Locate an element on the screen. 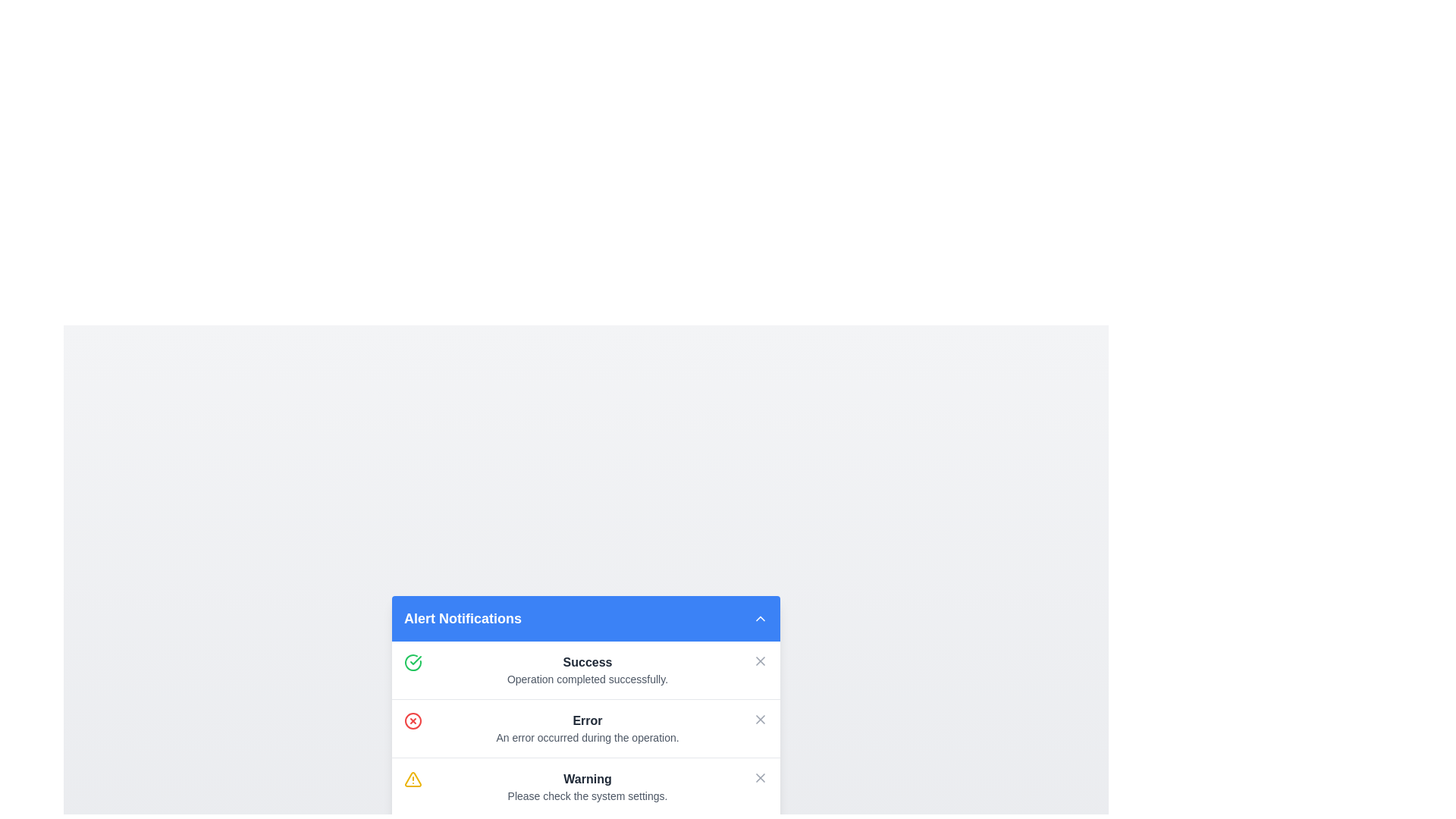  the Close button icon located to the far right of the 'Success' notification entry is located at coordinates (761, 660).